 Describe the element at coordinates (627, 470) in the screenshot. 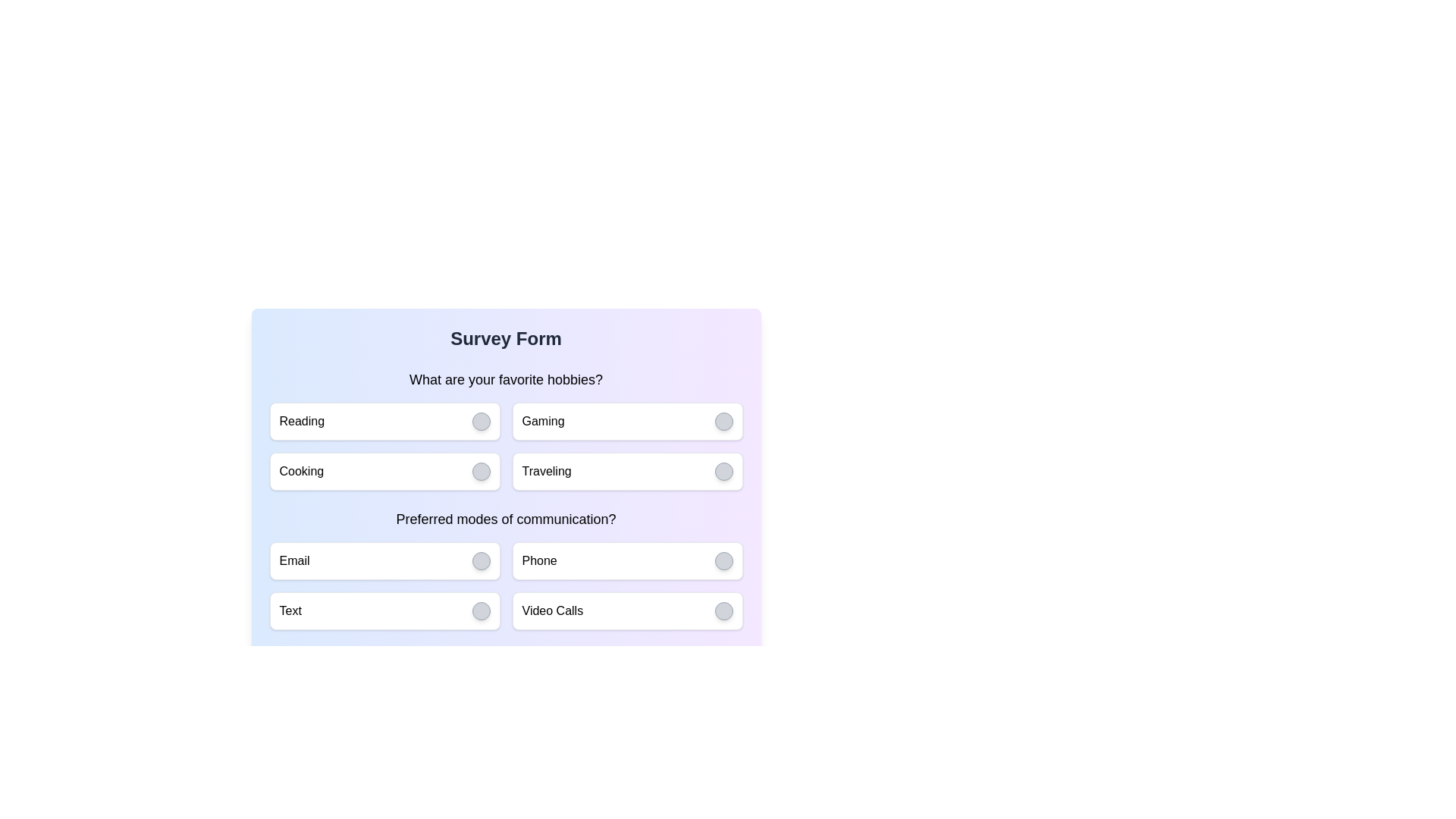

I see `the 'Traveling' selectable preference option` at that location.